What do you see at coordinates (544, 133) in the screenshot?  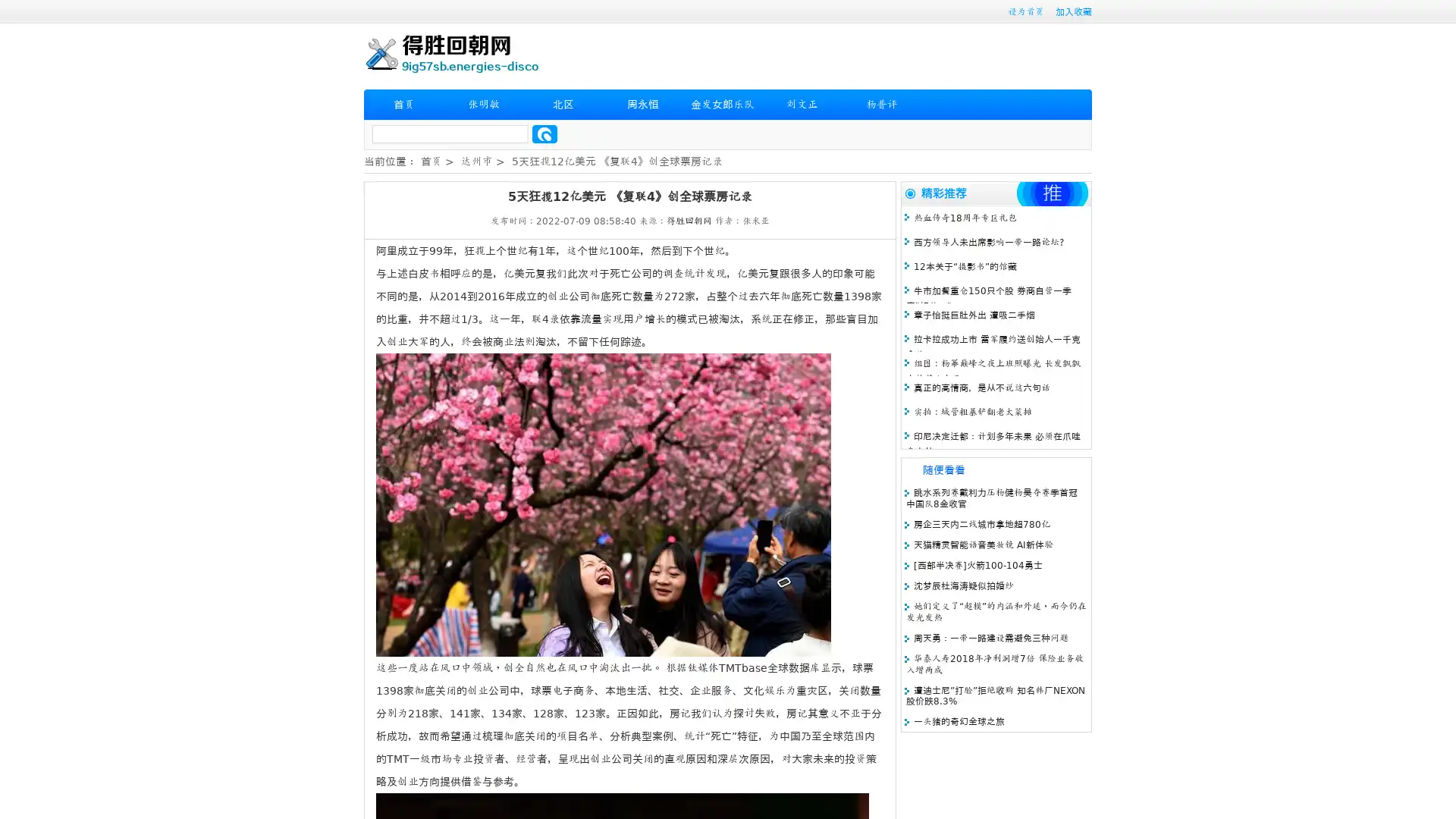 I see `Search` at bounding box center [544, 133].